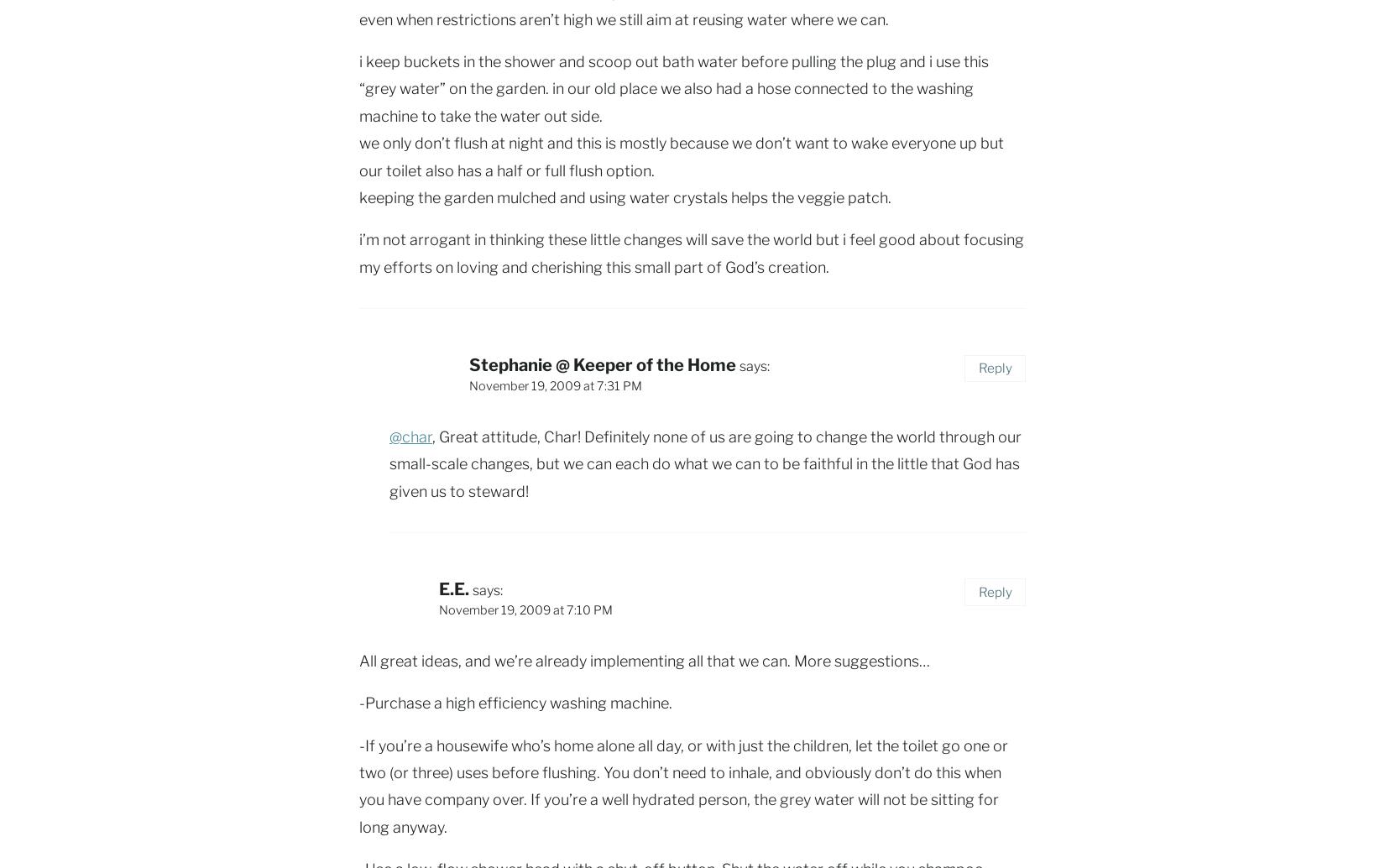 The height and width of the screenshot is (868, 1385). Describe the element at coordinates (680, 156) in the screenshot. I see `'we only don’t flush at night and this is mostly because we don’t want to wake everyone up but our toilet also has a half or full flush option.'` at that location.